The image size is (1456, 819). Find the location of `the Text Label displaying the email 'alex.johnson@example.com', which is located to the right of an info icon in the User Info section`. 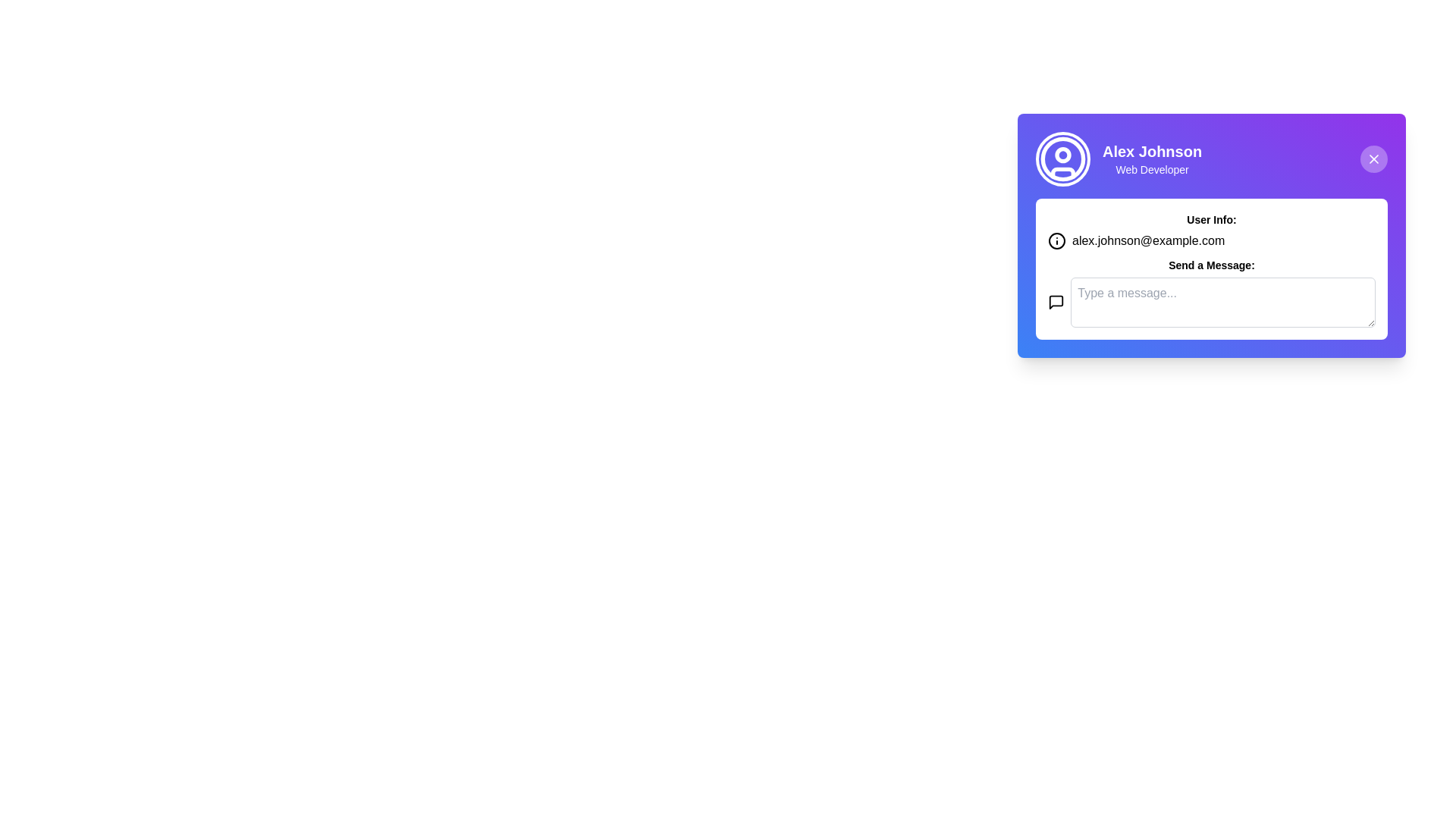

the Text Label displaying the email 'alex.johnson@example.com', which is located to the right of an info icon in the User Info section is located at coordinates (1148, 240).